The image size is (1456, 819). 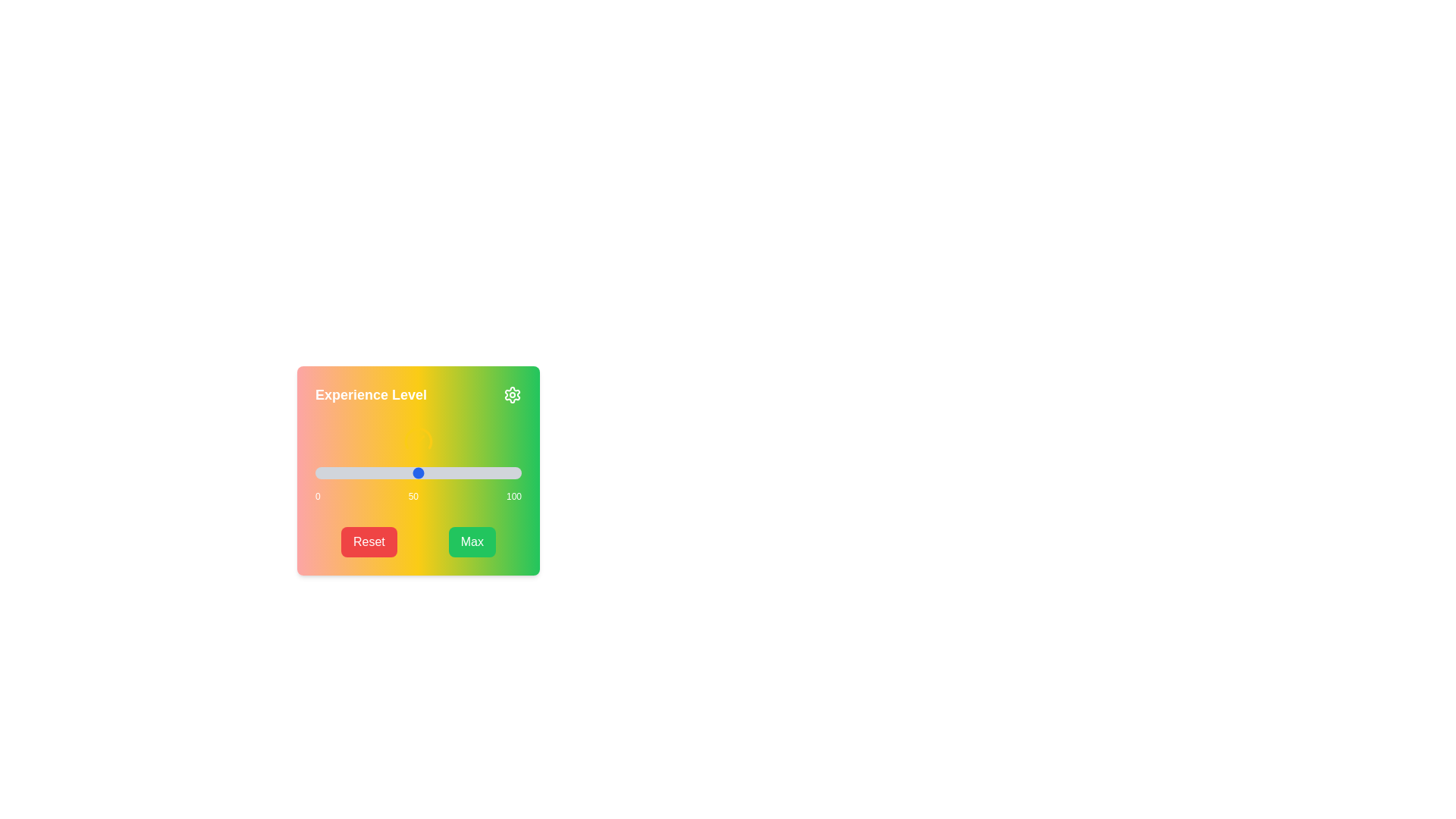 I want to click on the slider to set the value to 89, so click(x=498, y=472).